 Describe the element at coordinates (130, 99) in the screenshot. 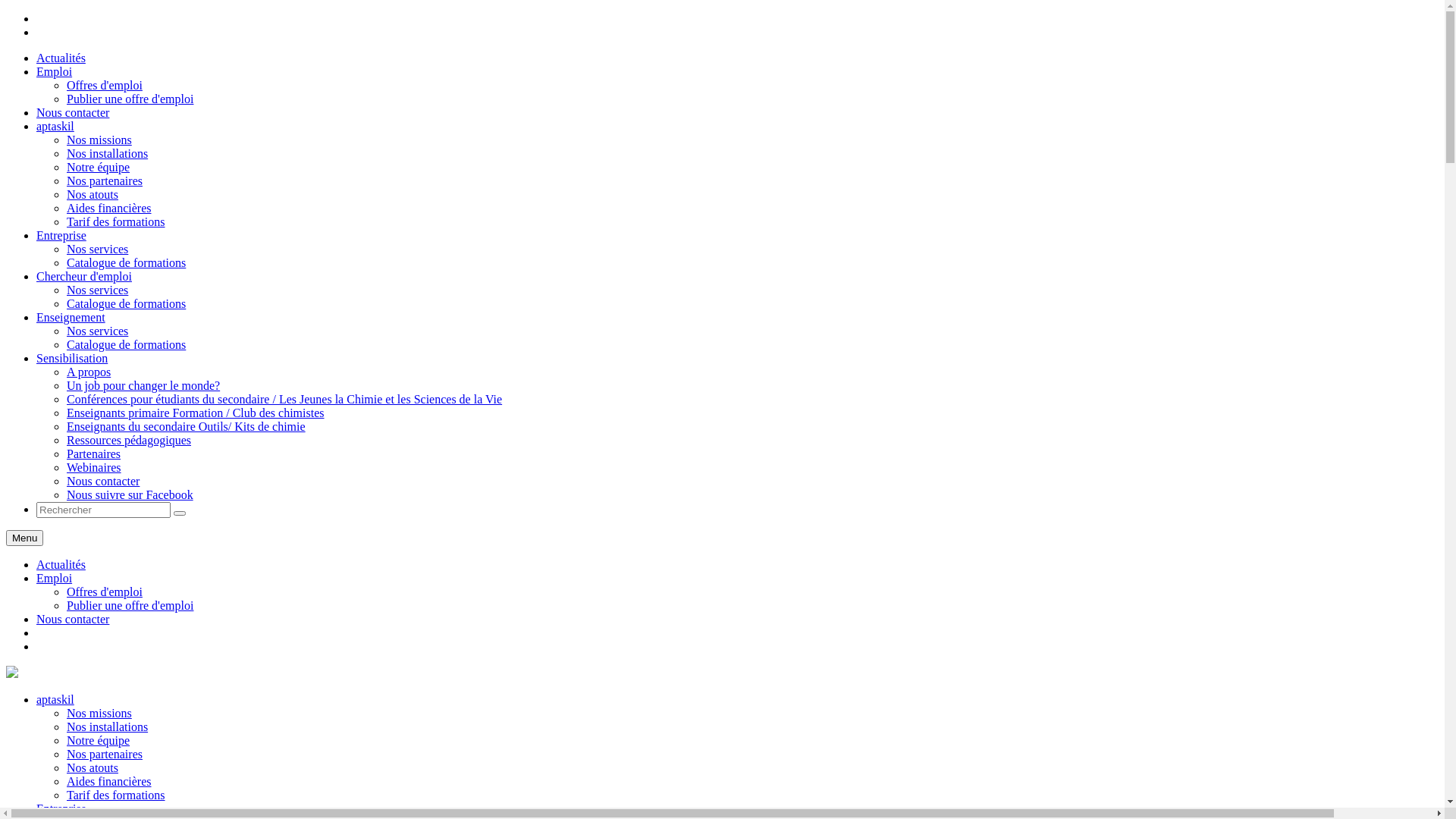

I see `'Publier une offre d'emploi'` at that location.